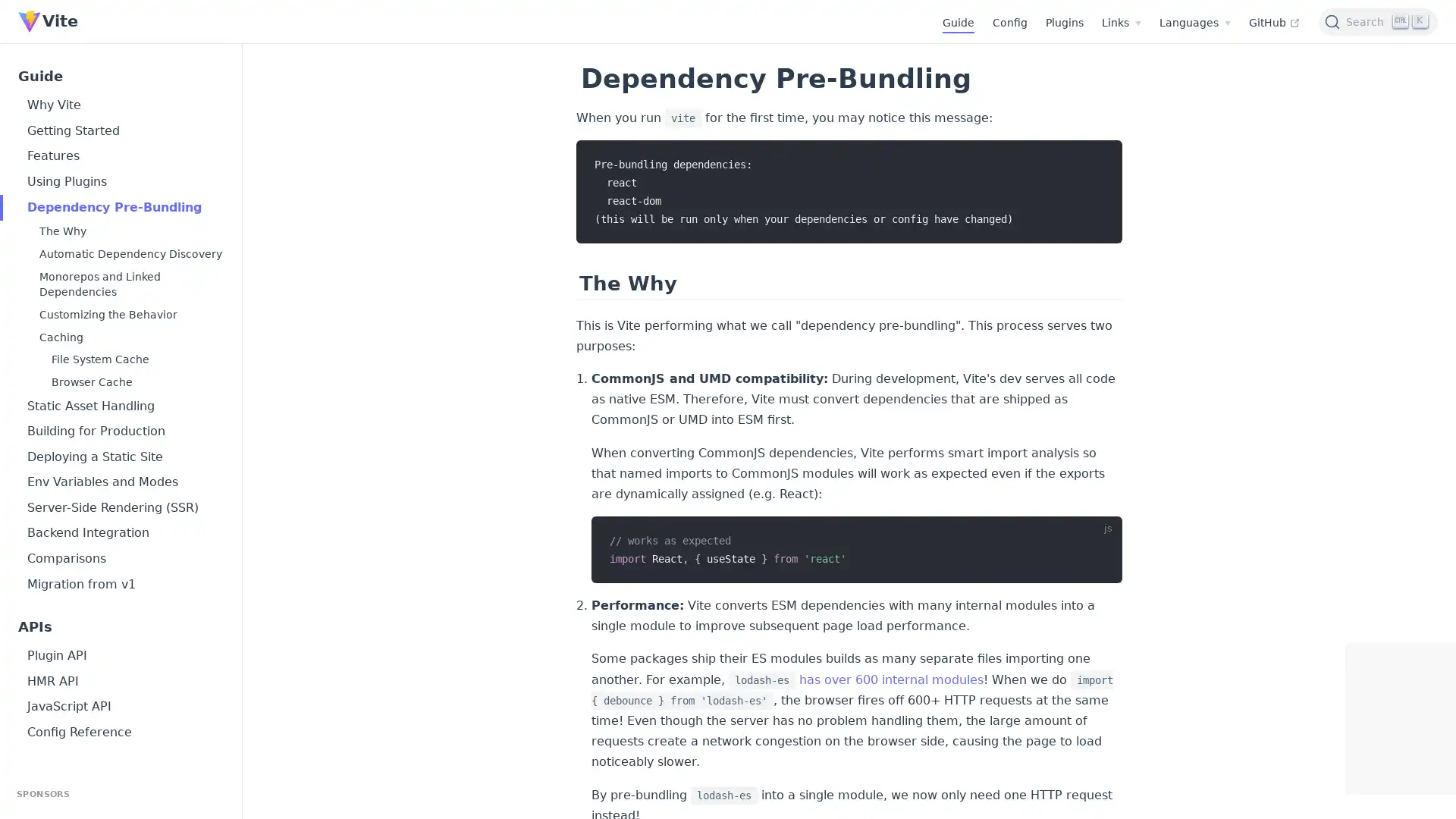 The height and width of the screenshot is (819, 1456). Describe the element at coordinates (1121, 23) in the screenshot. I see `Links` at that location.